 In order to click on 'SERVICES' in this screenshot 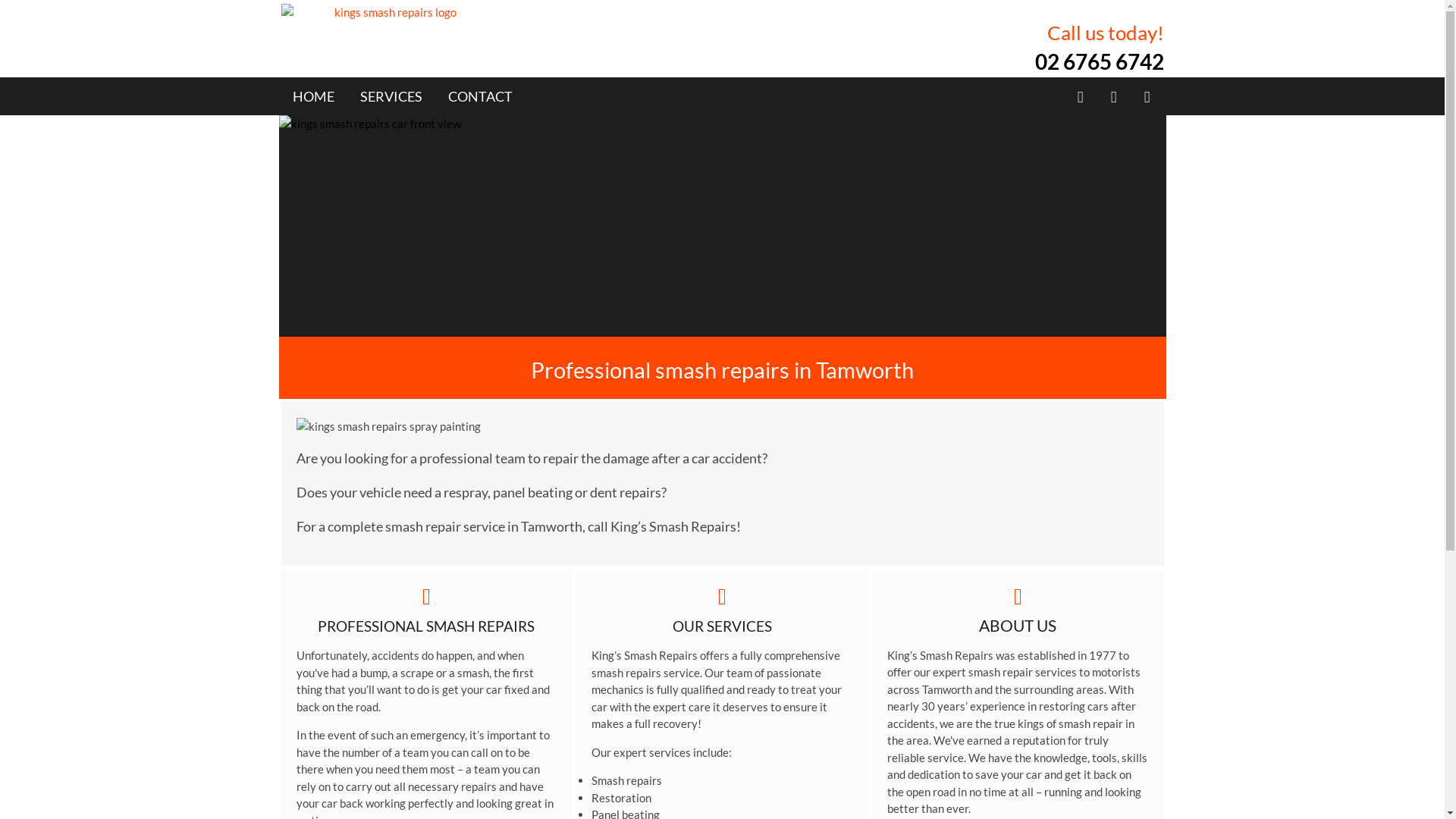, I will do `click(390, 96)`.